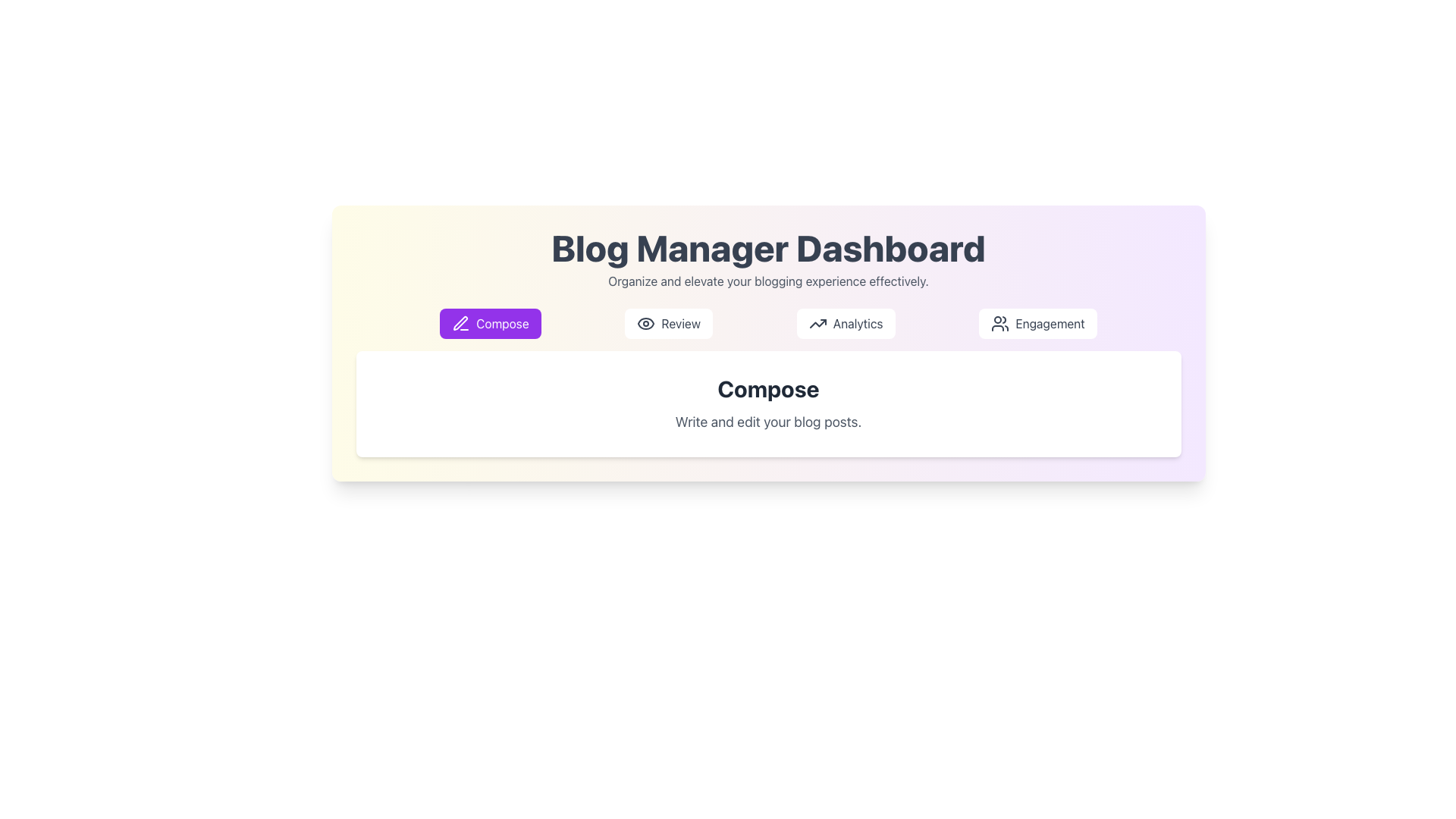  I want to click on the 'Review' button with rounded corners, white background, and gray text, so click(668, 323).